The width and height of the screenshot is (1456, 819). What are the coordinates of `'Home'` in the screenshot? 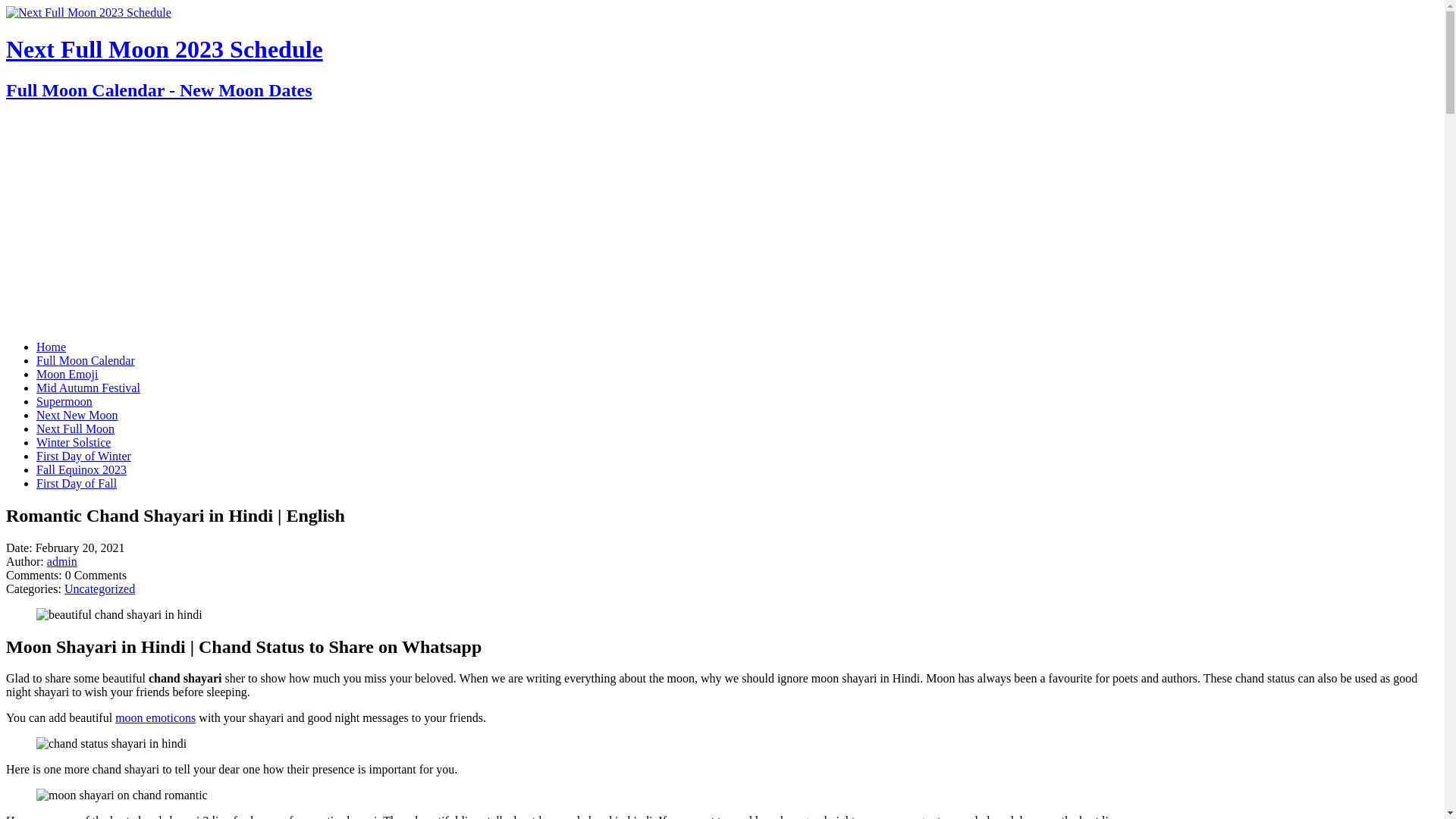 It's located at (51, 347).